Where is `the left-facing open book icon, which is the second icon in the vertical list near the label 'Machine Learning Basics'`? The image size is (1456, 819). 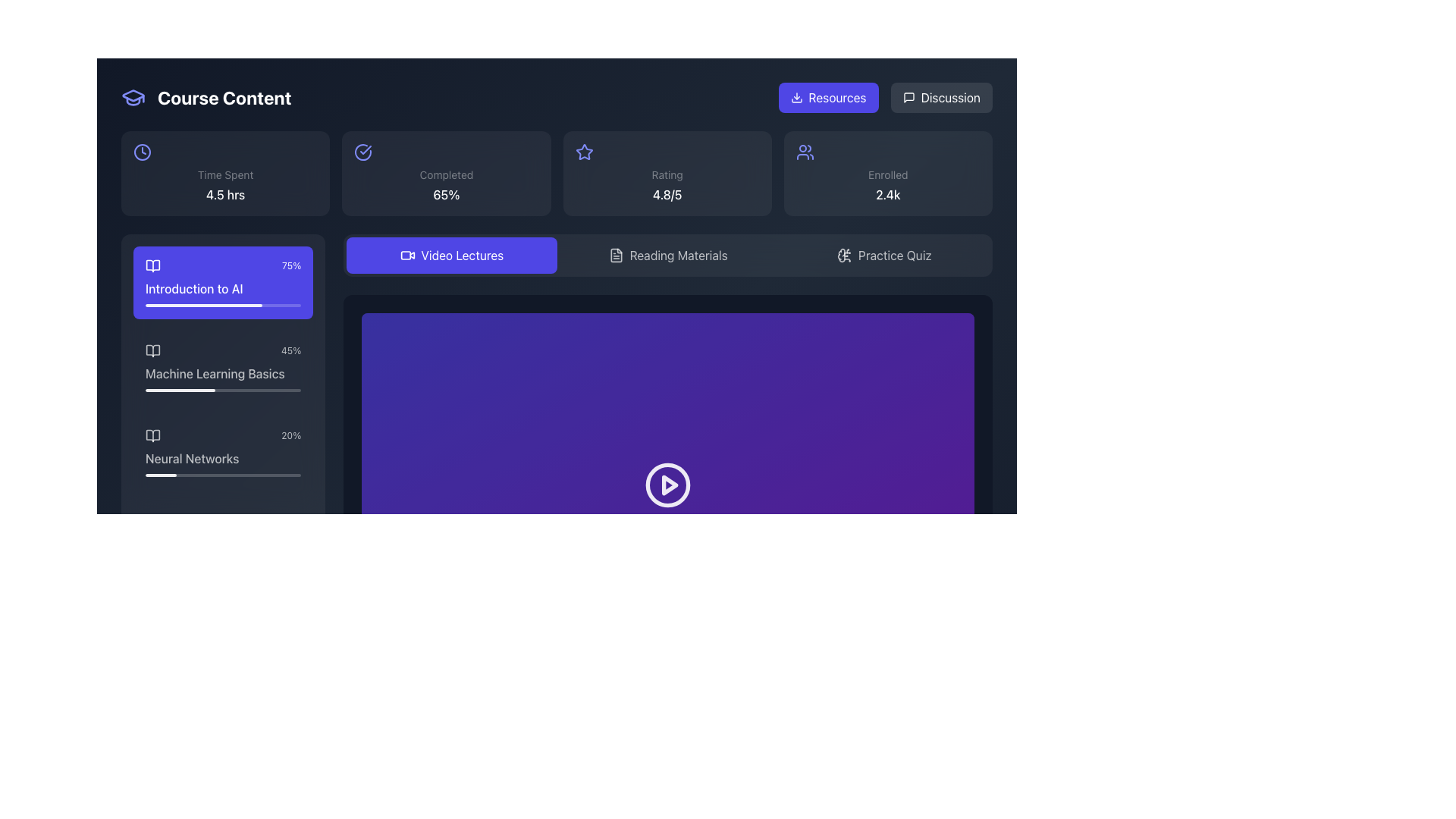
the left-facing open book icon, which is the second icon in the vertical list near the label 'Machine Learning Basics' is located at coordinates (152, 350).